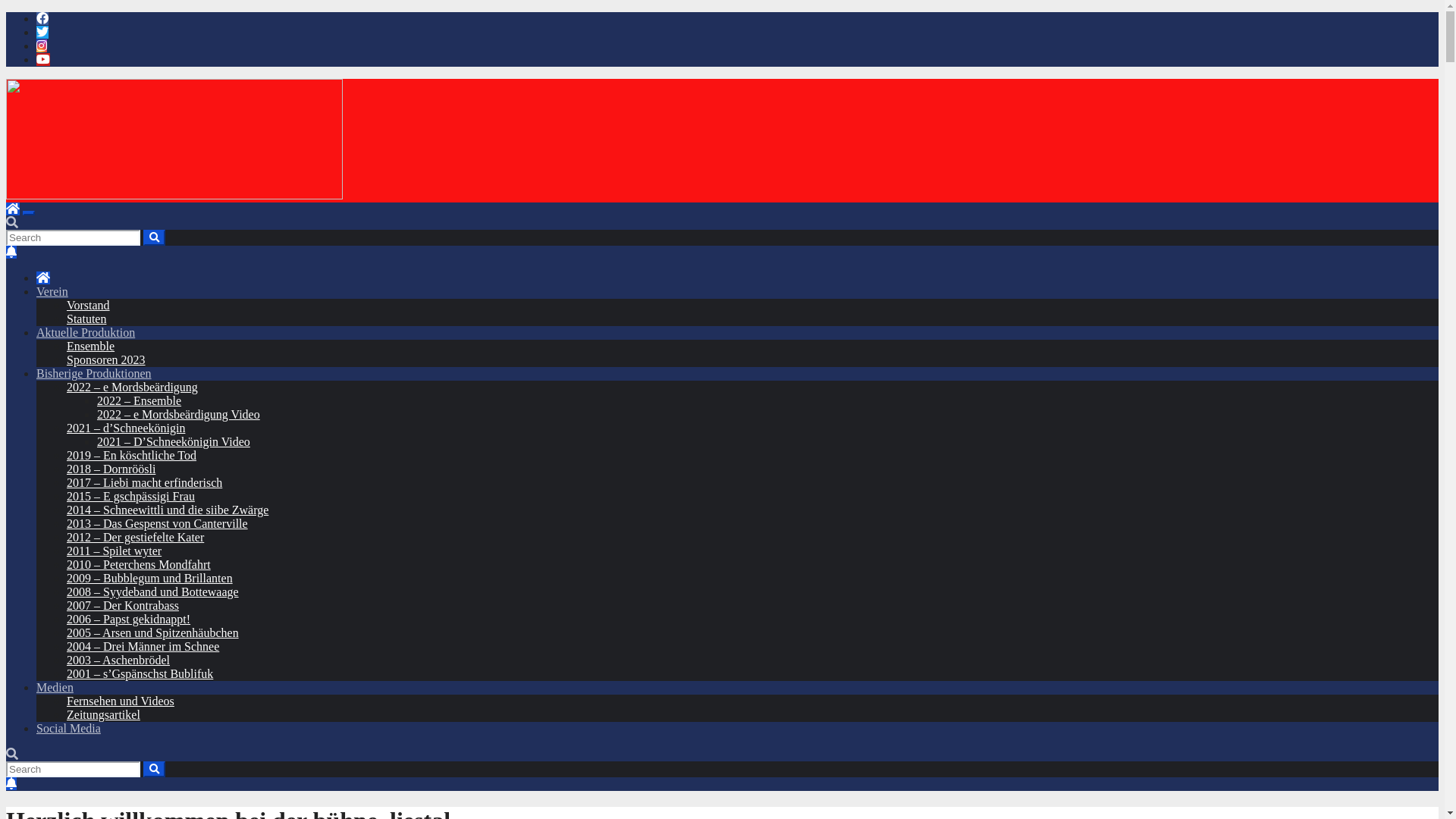 The width and height of the screenshot is (1456, 819). Describe the element at coordinates (5, 11) in the screenshot. I see `'Skip to content'` at that location.